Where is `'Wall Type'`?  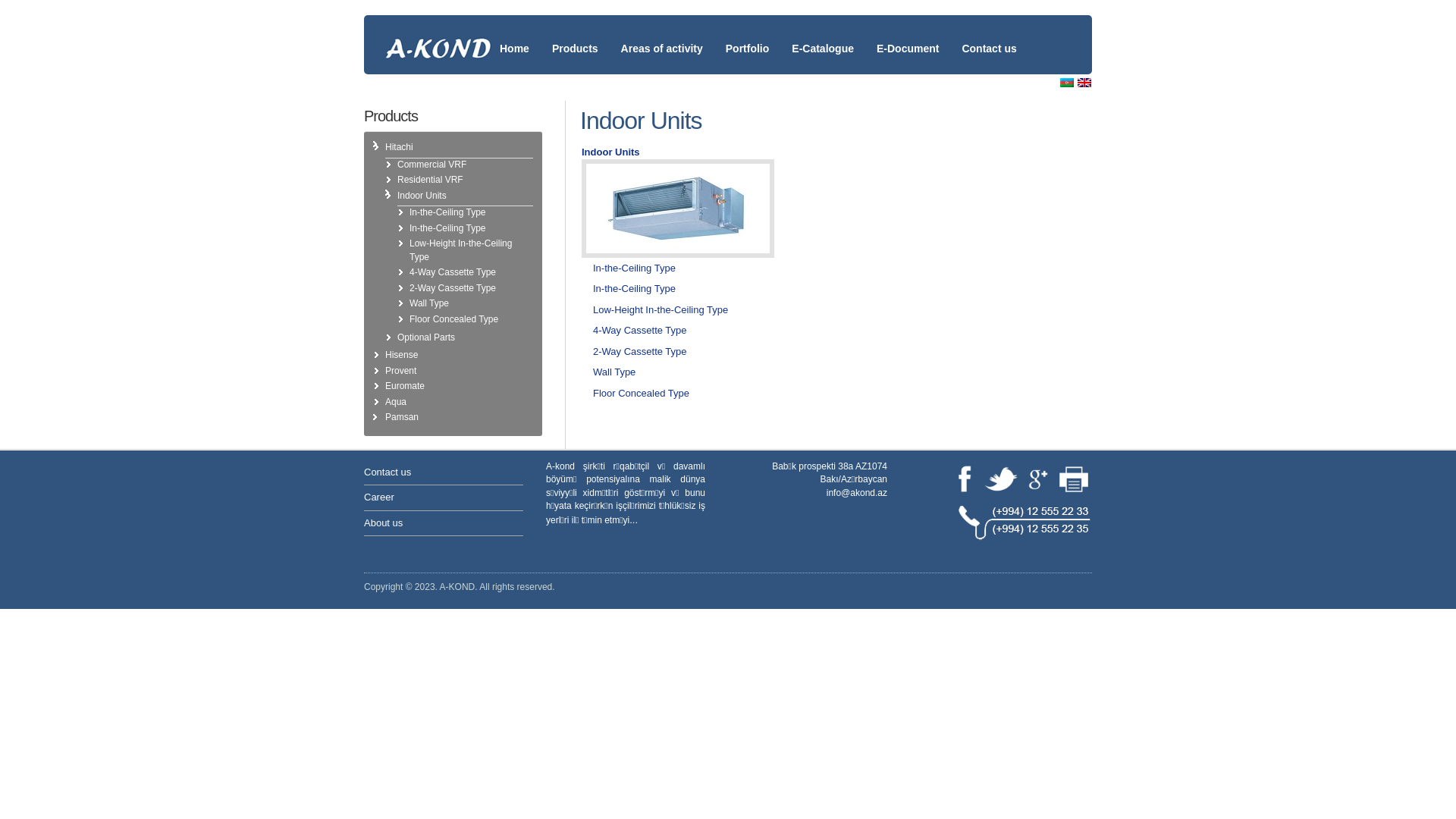 'Wall Type' is located at coordinates (428, 303).